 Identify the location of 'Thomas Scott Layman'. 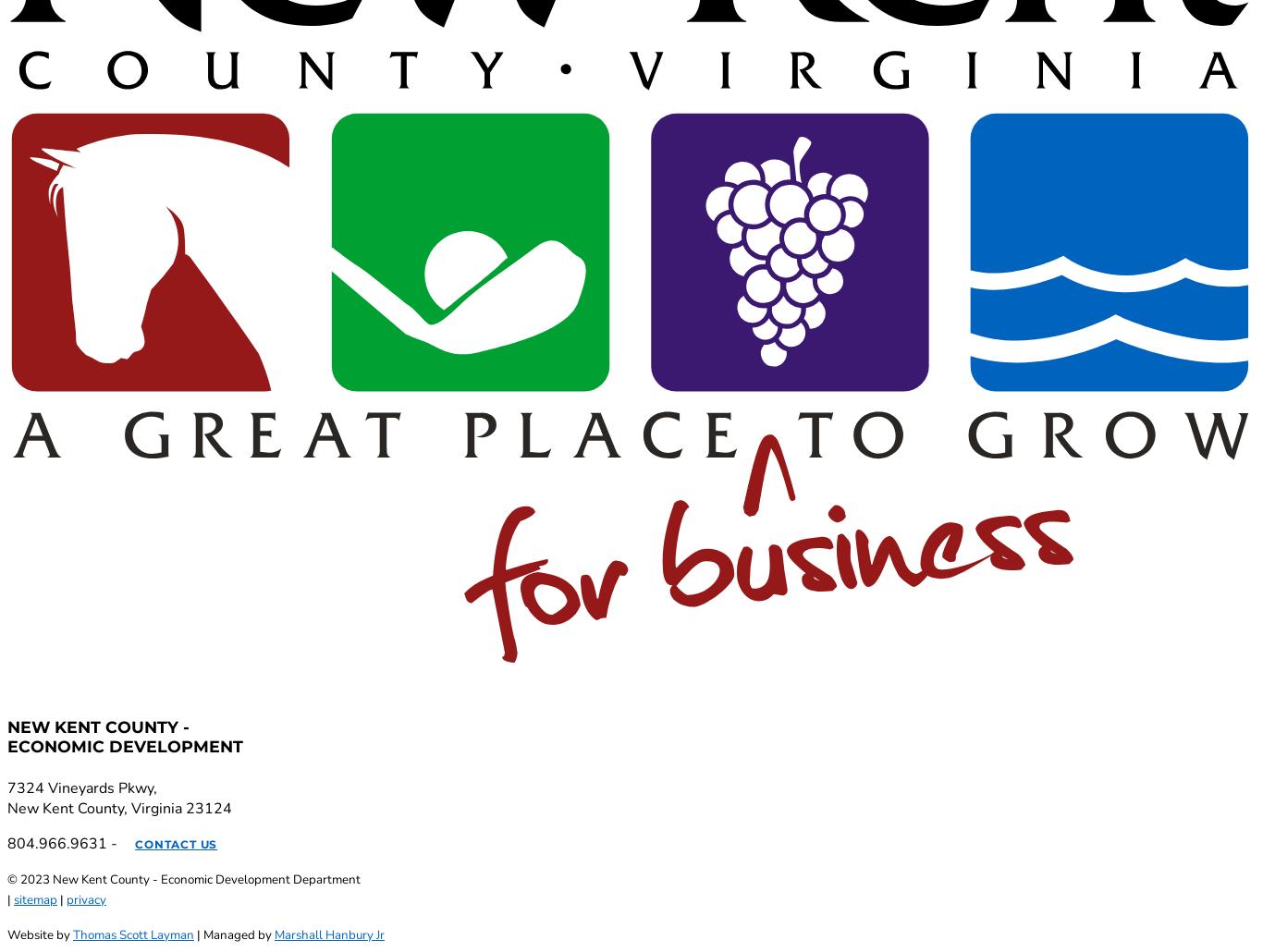
(132, 934).